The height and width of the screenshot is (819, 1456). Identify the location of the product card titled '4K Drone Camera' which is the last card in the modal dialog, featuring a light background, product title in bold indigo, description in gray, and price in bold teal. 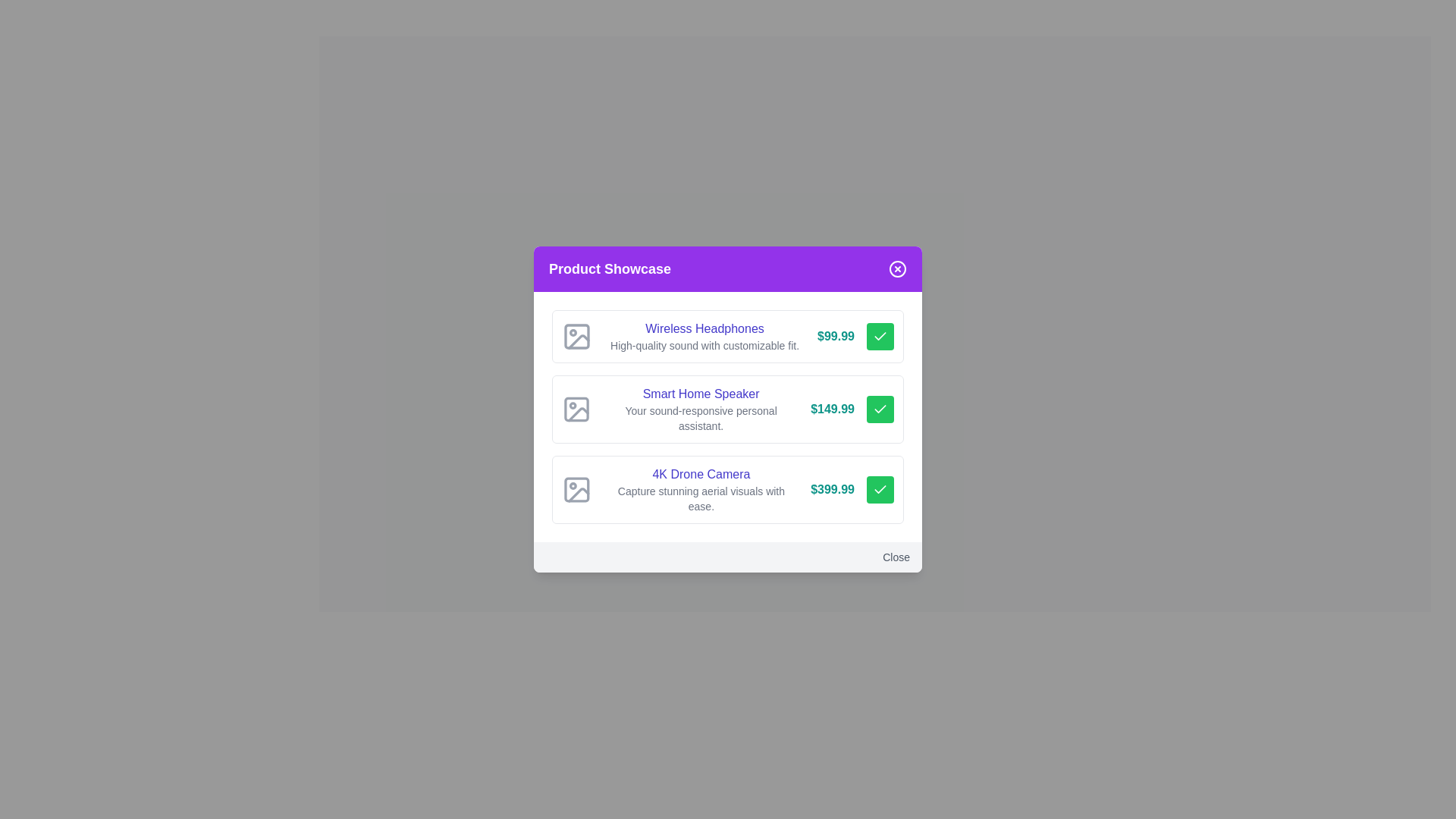
(728, 489).